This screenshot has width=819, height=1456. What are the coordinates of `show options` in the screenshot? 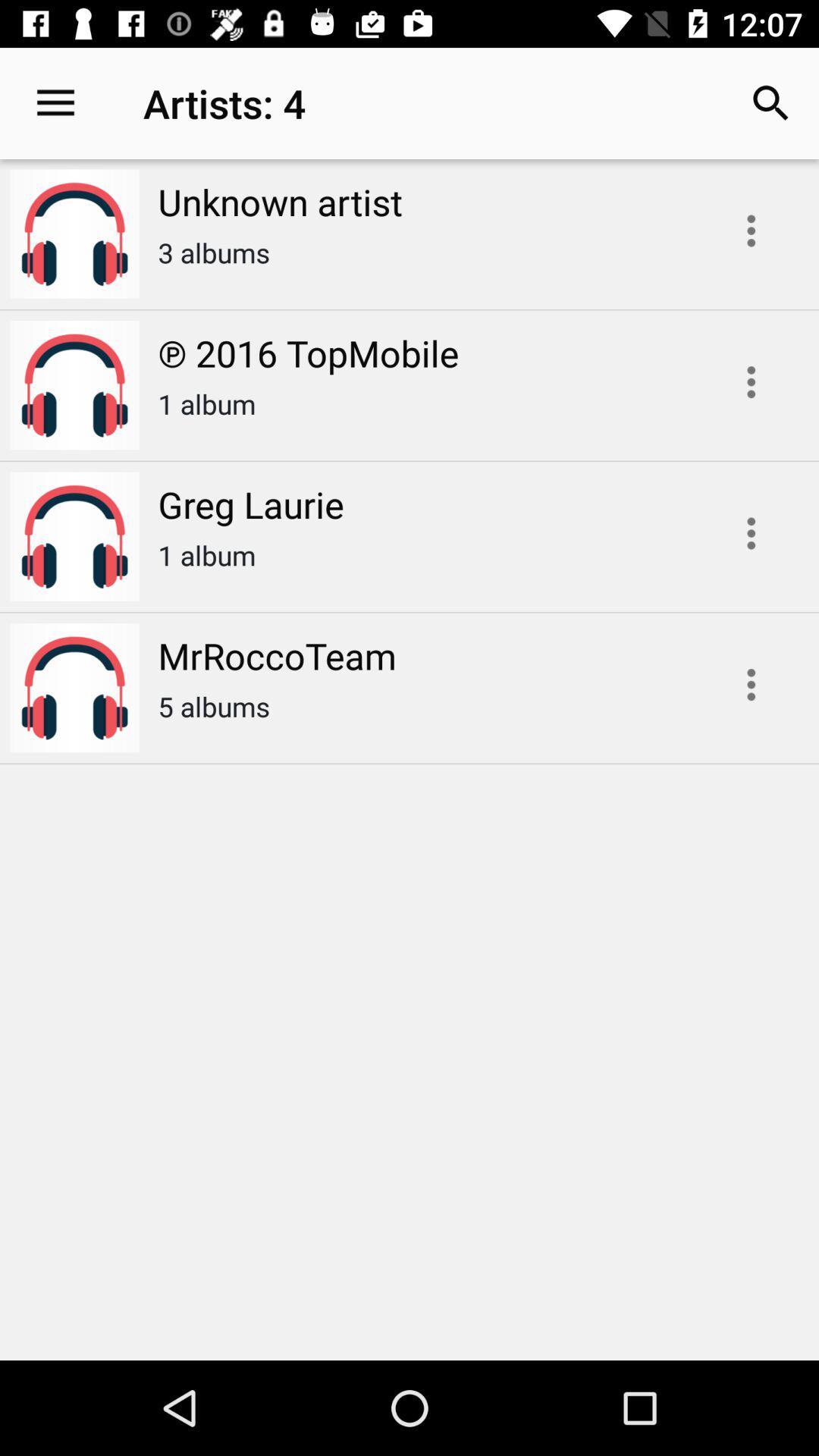 It's located at (751, 382).